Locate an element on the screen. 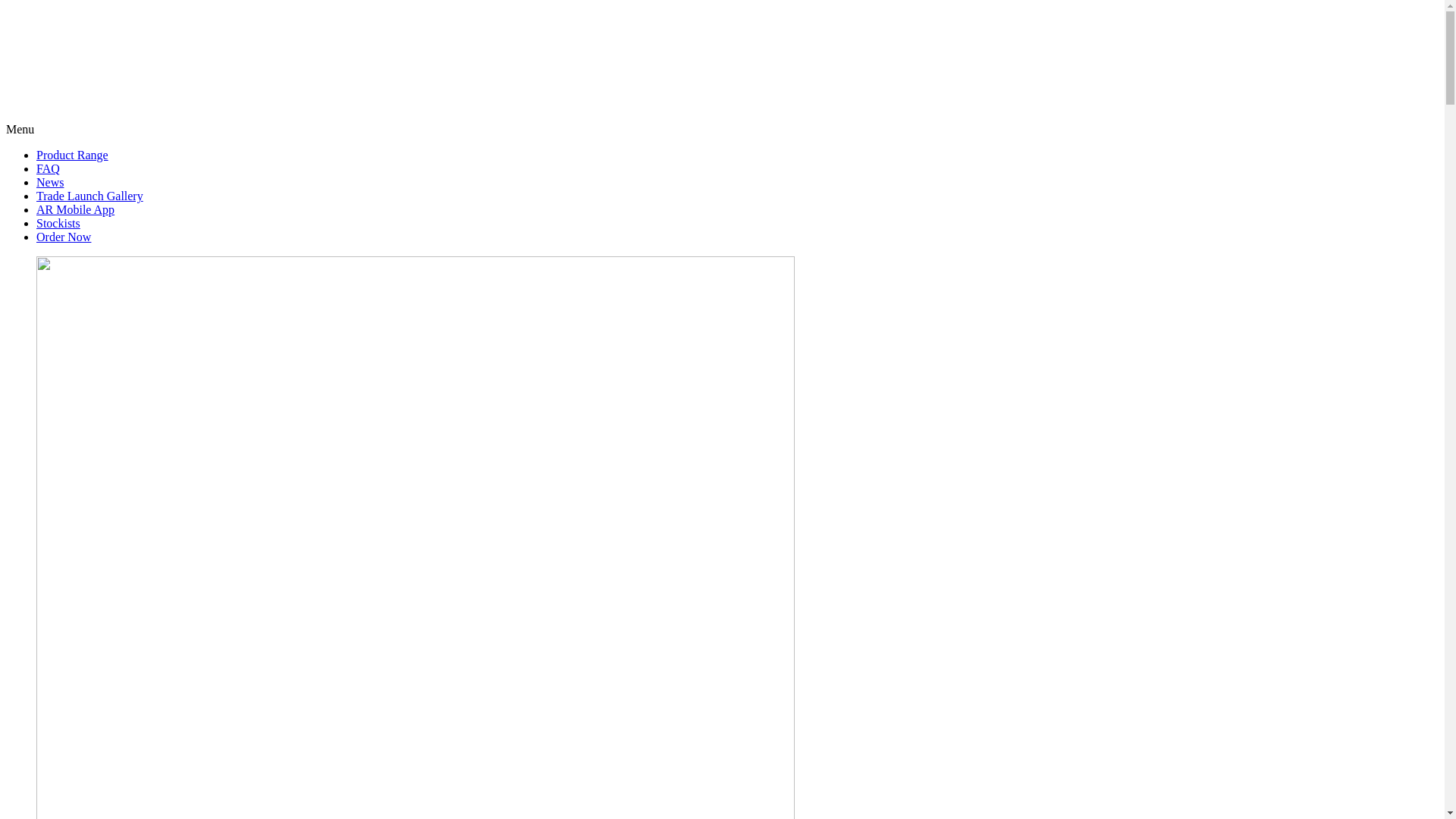 Image resolution: width=1456 pixels, height=819 pixels. 'FAQ' is located at coordinates (48, 168).